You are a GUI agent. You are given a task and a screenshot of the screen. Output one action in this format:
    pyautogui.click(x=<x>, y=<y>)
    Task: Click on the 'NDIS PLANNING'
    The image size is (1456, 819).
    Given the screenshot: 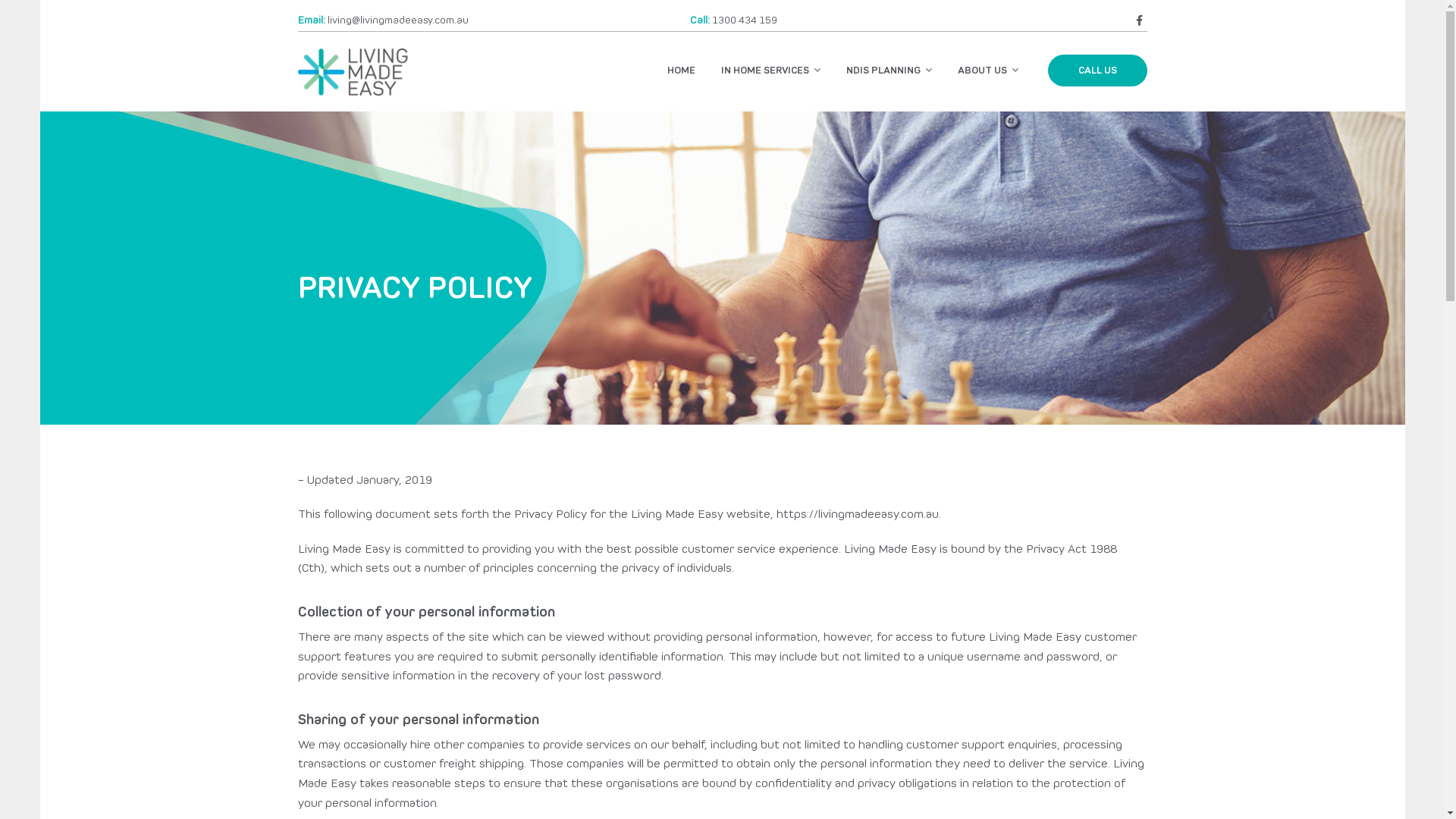 What is the action you would take?
    pyautogui.click(x=833, y=70)
    